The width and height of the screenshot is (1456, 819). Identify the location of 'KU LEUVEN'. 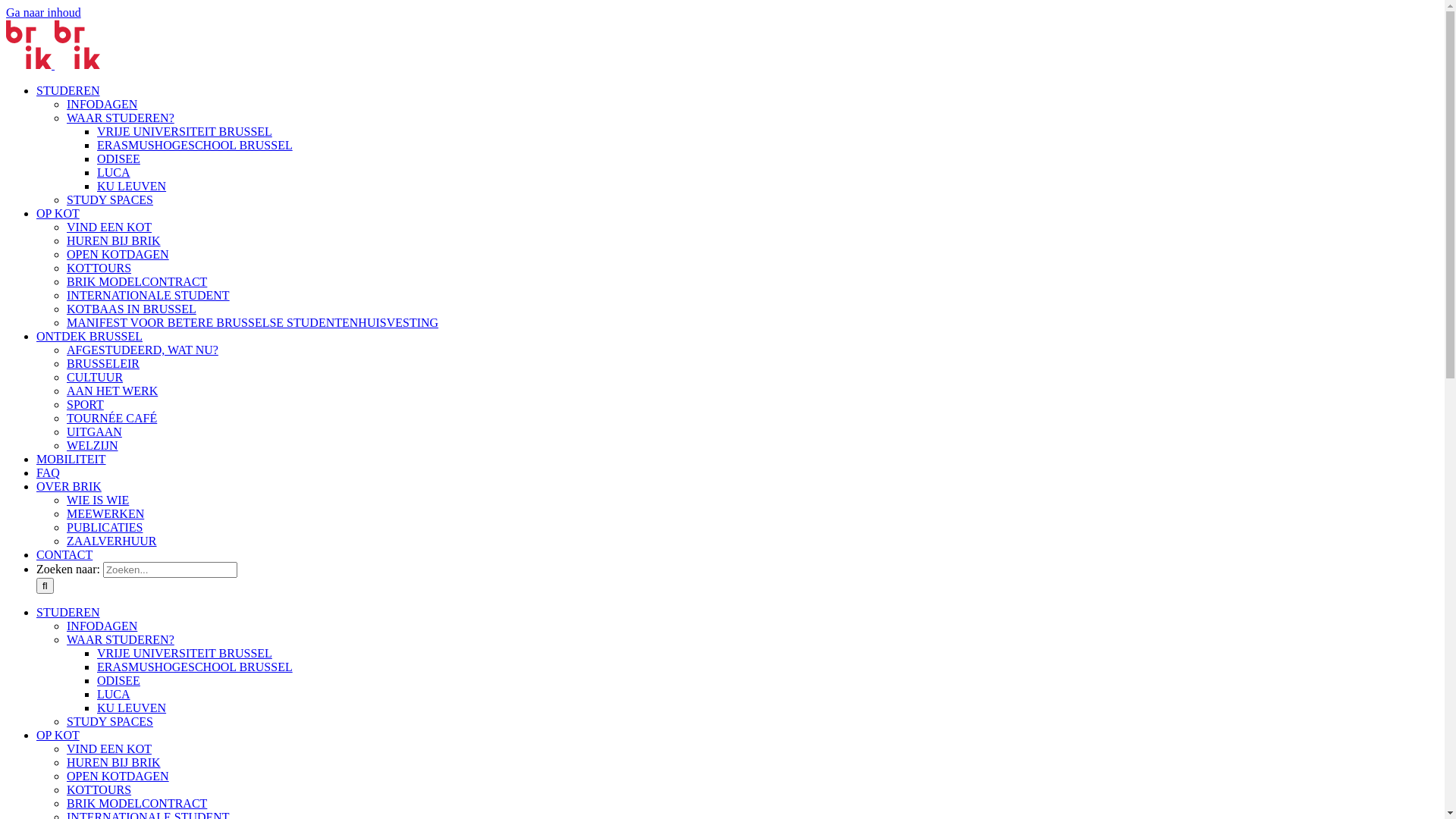
(131, 708).